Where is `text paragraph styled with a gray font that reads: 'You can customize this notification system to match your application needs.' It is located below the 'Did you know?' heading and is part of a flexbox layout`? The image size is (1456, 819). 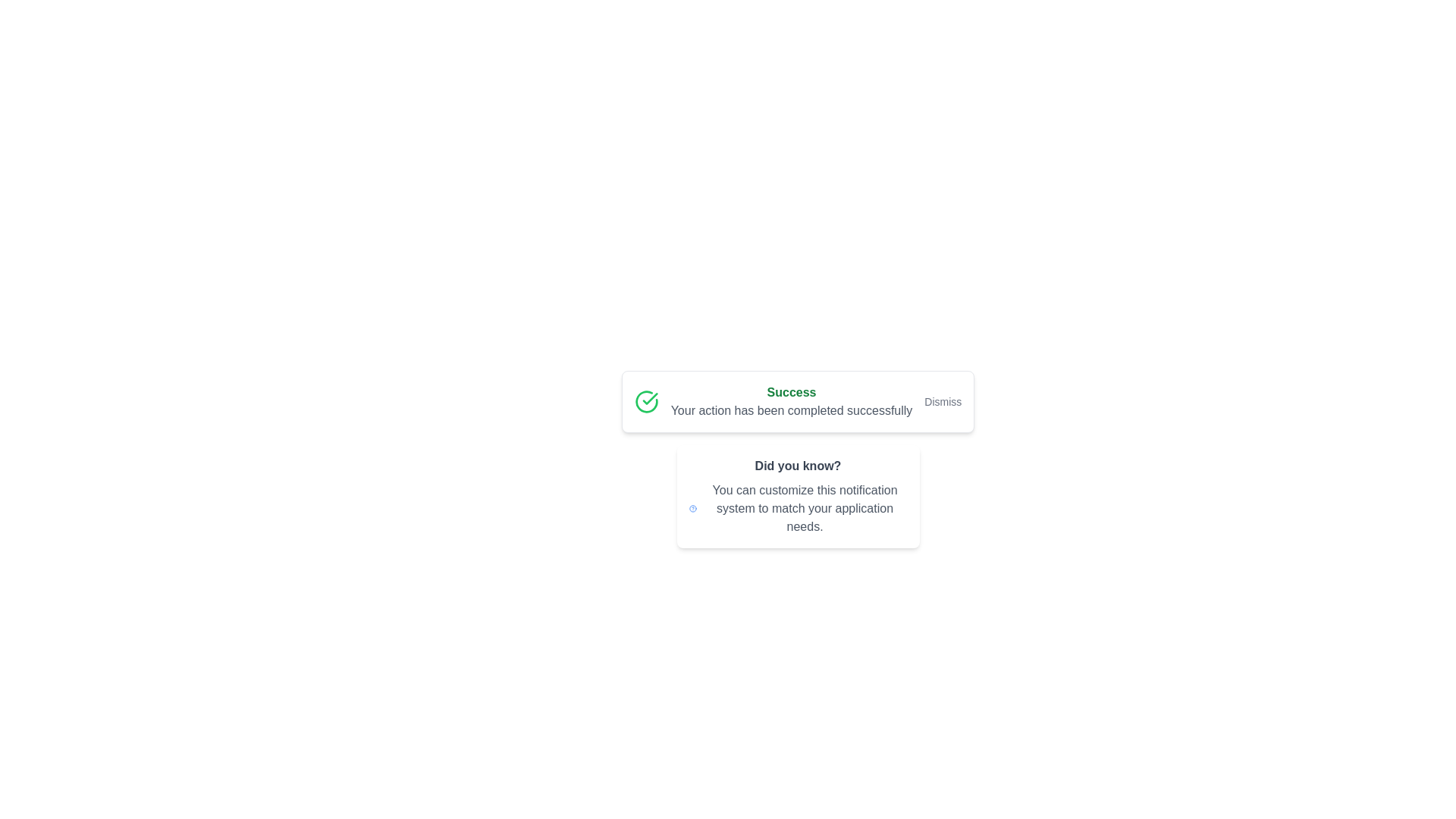
text paragraph styled with a gray font that reads: 'You can customize this notification system to match your application needs.' It is located below the 'Did you know?' heading and is part of a flexbox layout is located at coordinates (804, 509).